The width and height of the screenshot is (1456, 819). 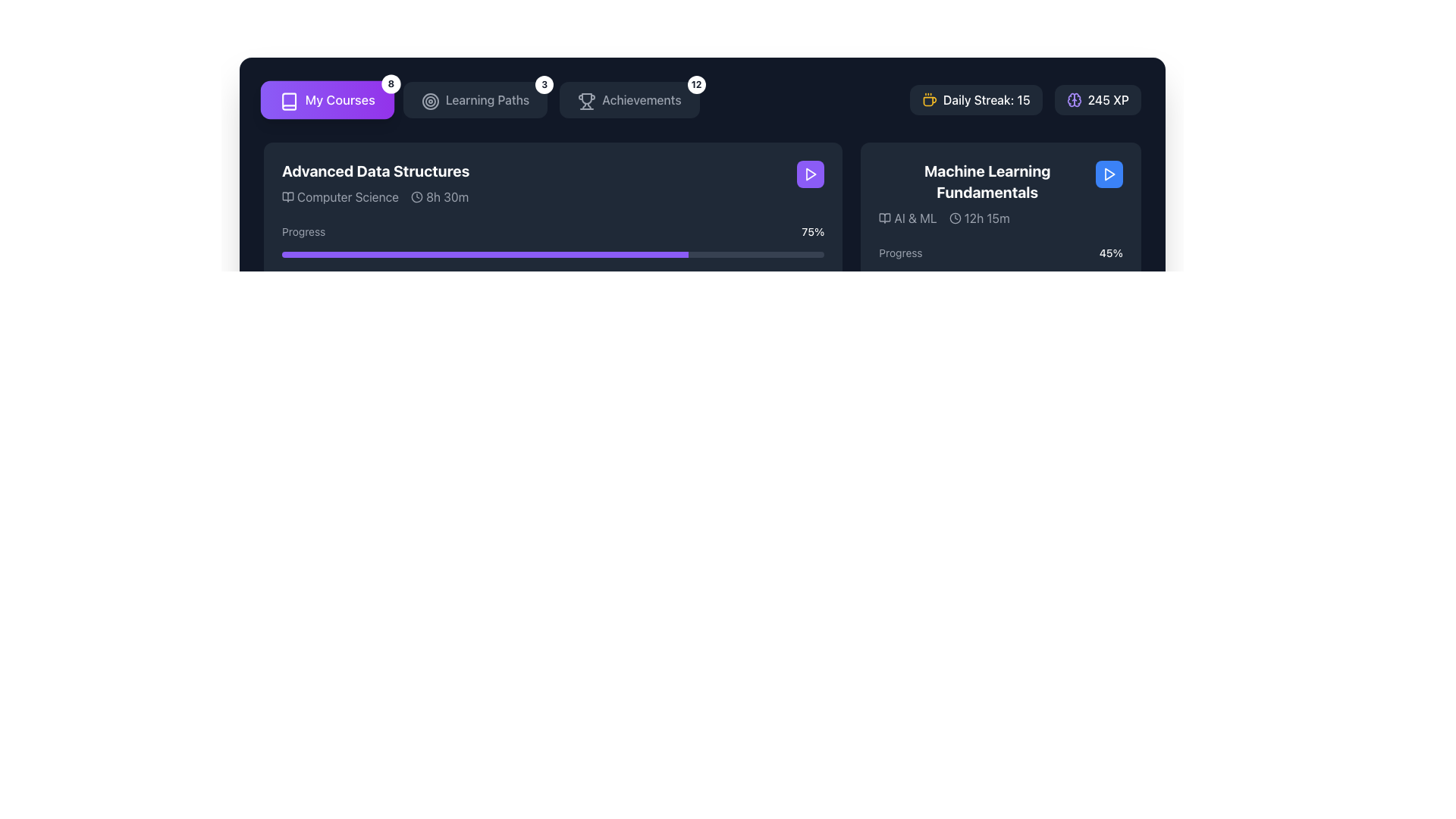 I want to click on the 'Advanced Data Structures' text label, which is prominently displayed in bold white font on a dark background at the top of a course information card, so click(x=375, y=171).